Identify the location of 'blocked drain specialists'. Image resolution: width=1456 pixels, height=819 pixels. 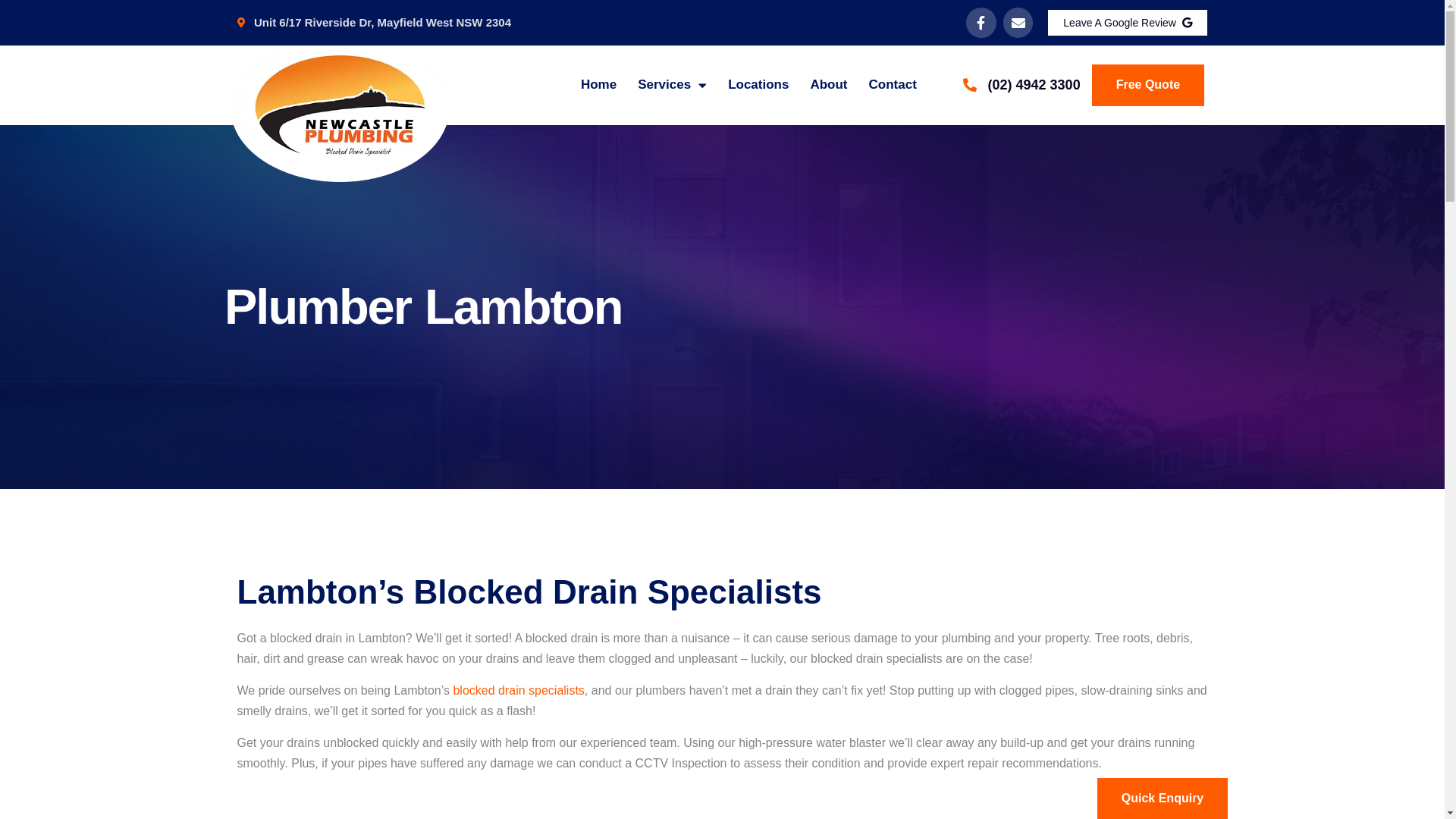
(451, 690).